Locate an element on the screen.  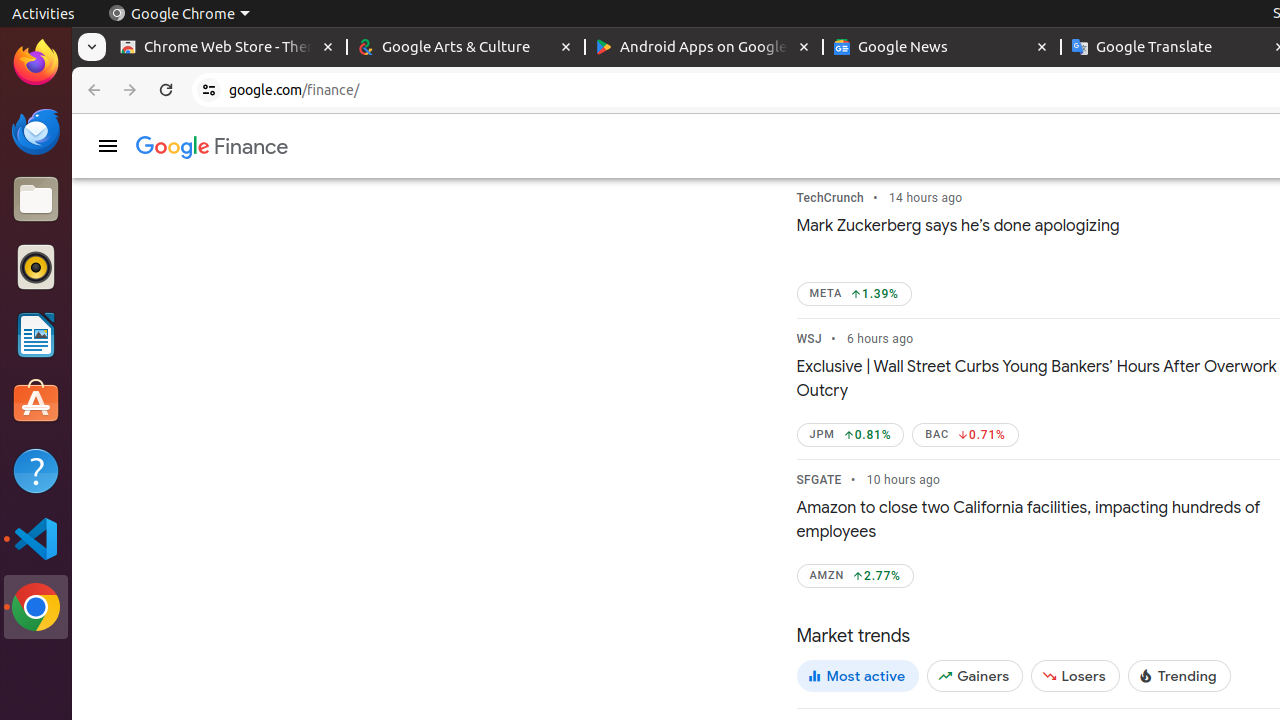
'Files' is located at coordinates (35, 199).